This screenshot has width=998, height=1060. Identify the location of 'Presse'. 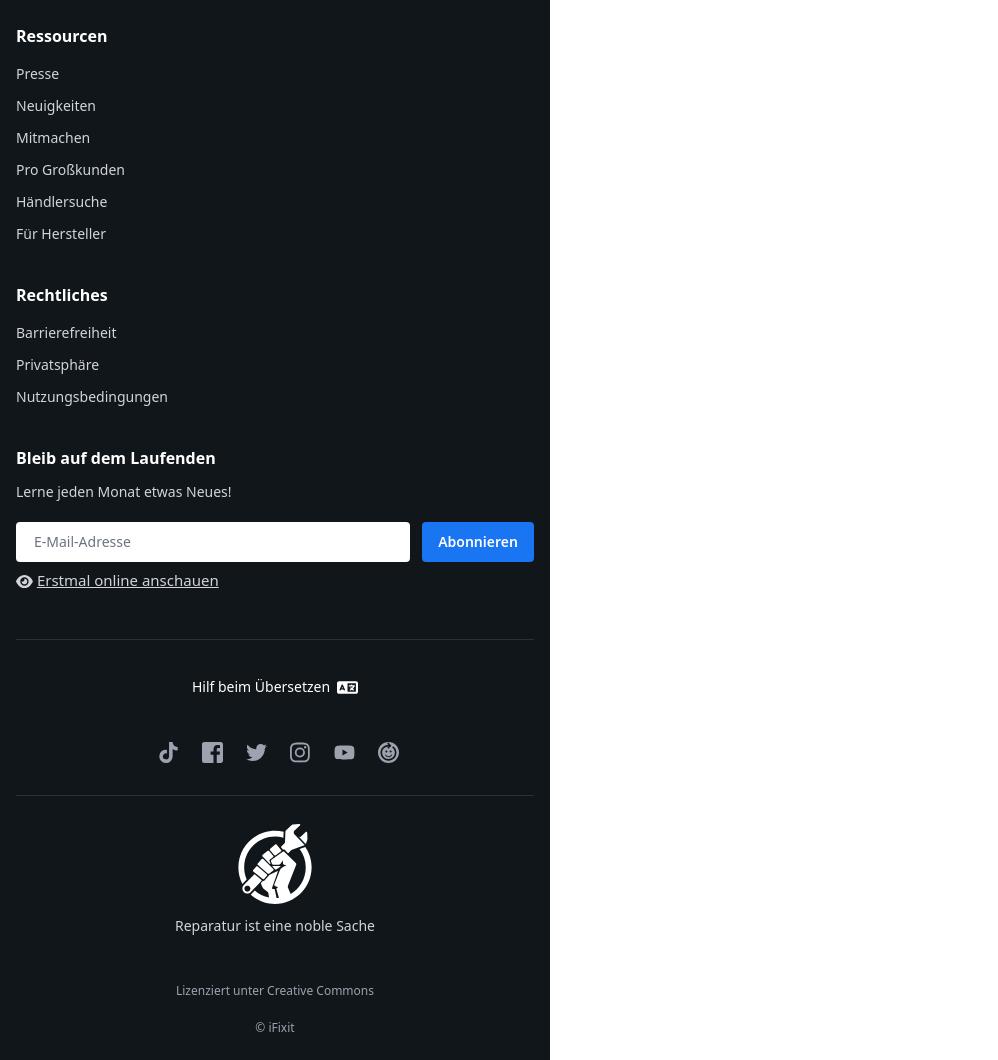
(15, 73).